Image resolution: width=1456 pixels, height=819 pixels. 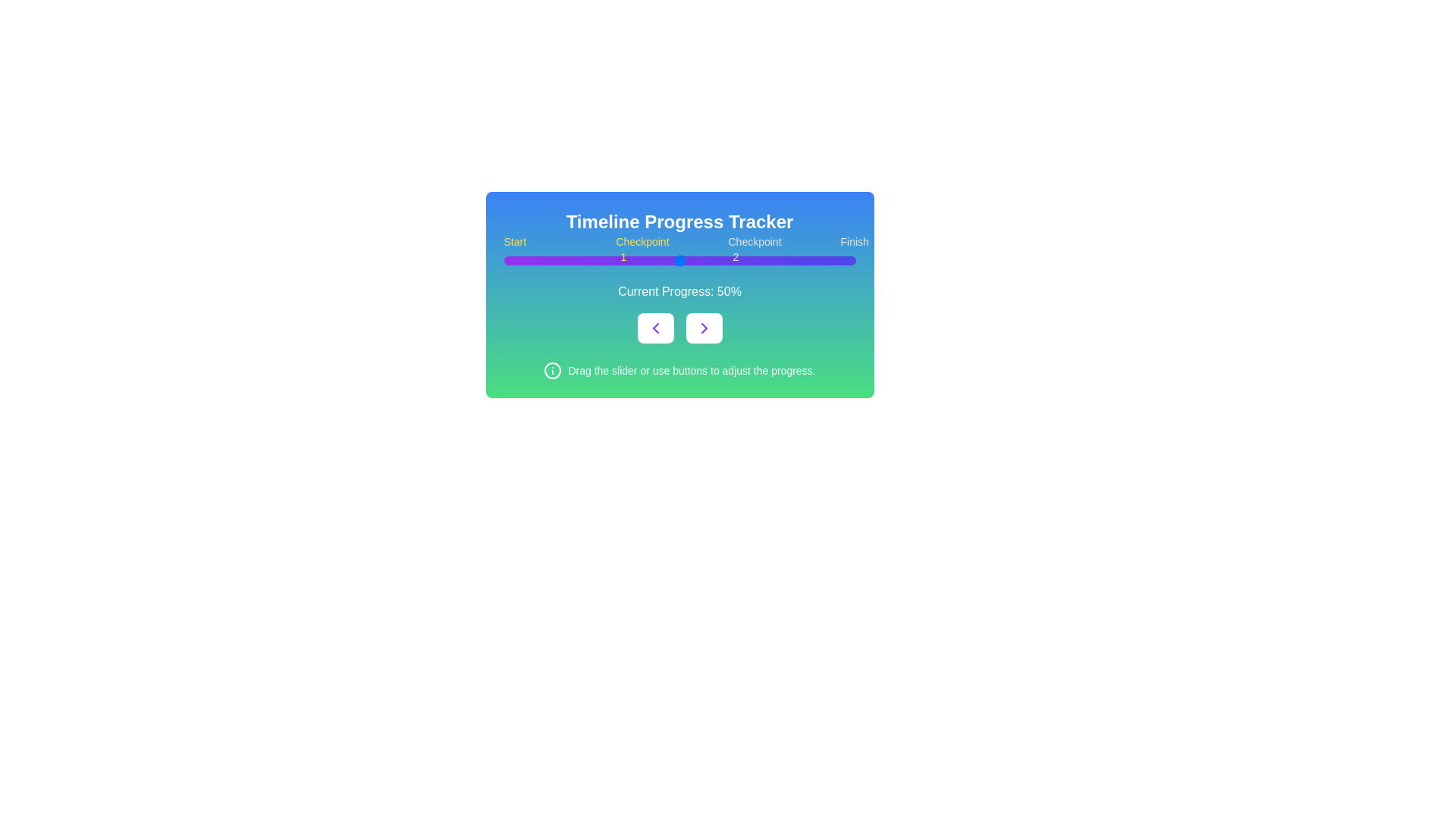 I want to click on progress on the slider, so click(x=739, y=259).